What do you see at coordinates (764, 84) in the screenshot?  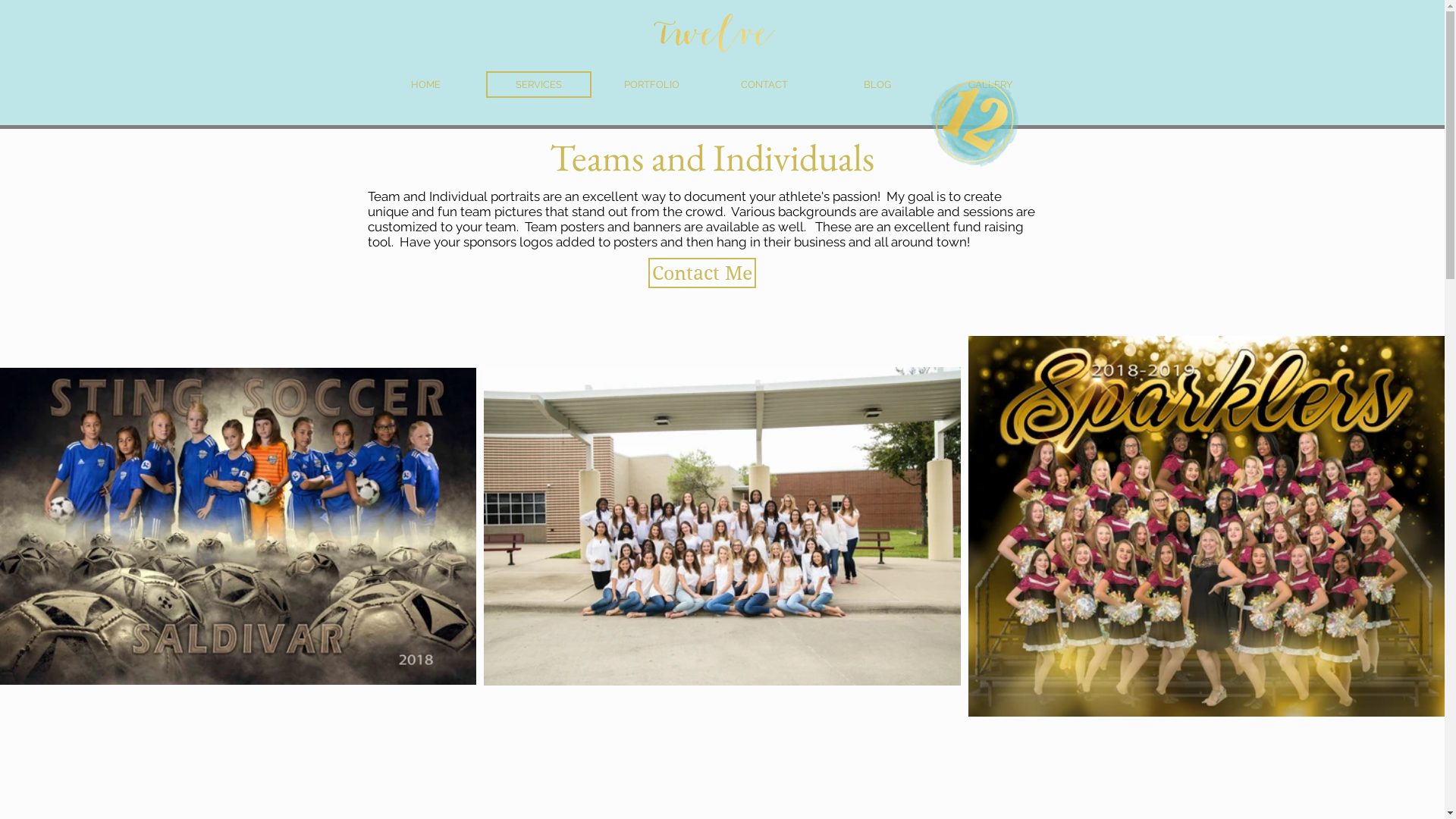 I see `'CONTACT'` at bounding box center [764, 84].